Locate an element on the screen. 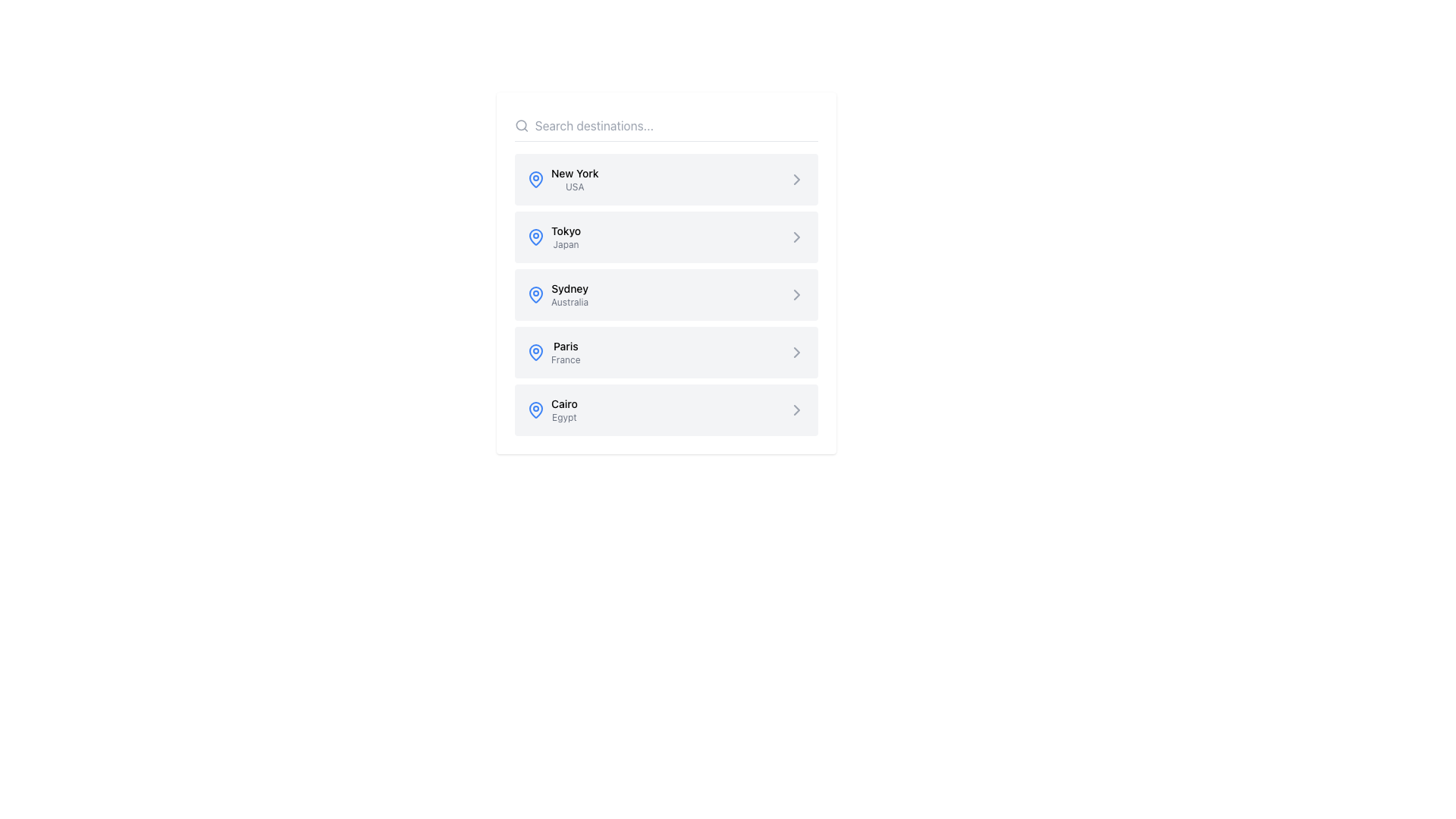  the location icon next to the text 'Paris' is located at coordinates (535, 353).